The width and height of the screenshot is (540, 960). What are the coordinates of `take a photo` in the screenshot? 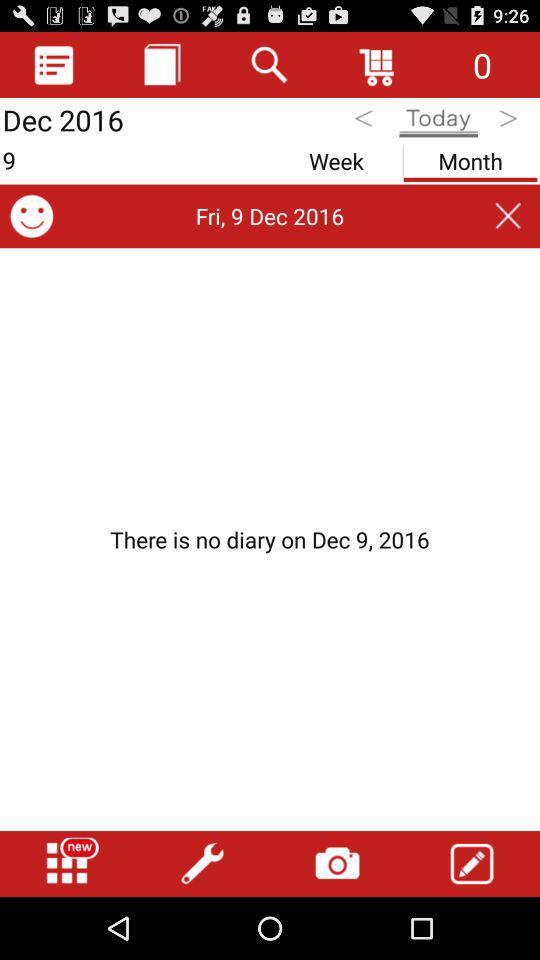 It's located at (337, 863).